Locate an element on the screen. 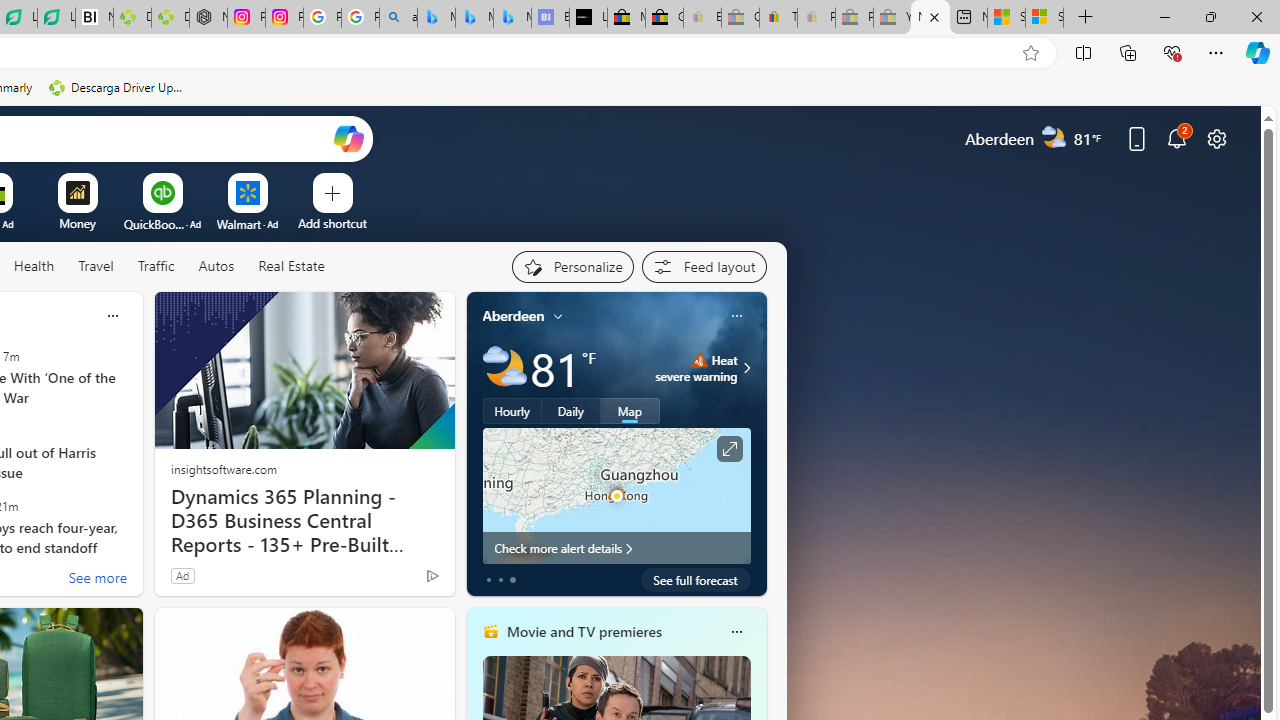 This screenshot has width=1280, height=720. 'Class: weather-arrow-glyph' is located at coordinates (745, 367).